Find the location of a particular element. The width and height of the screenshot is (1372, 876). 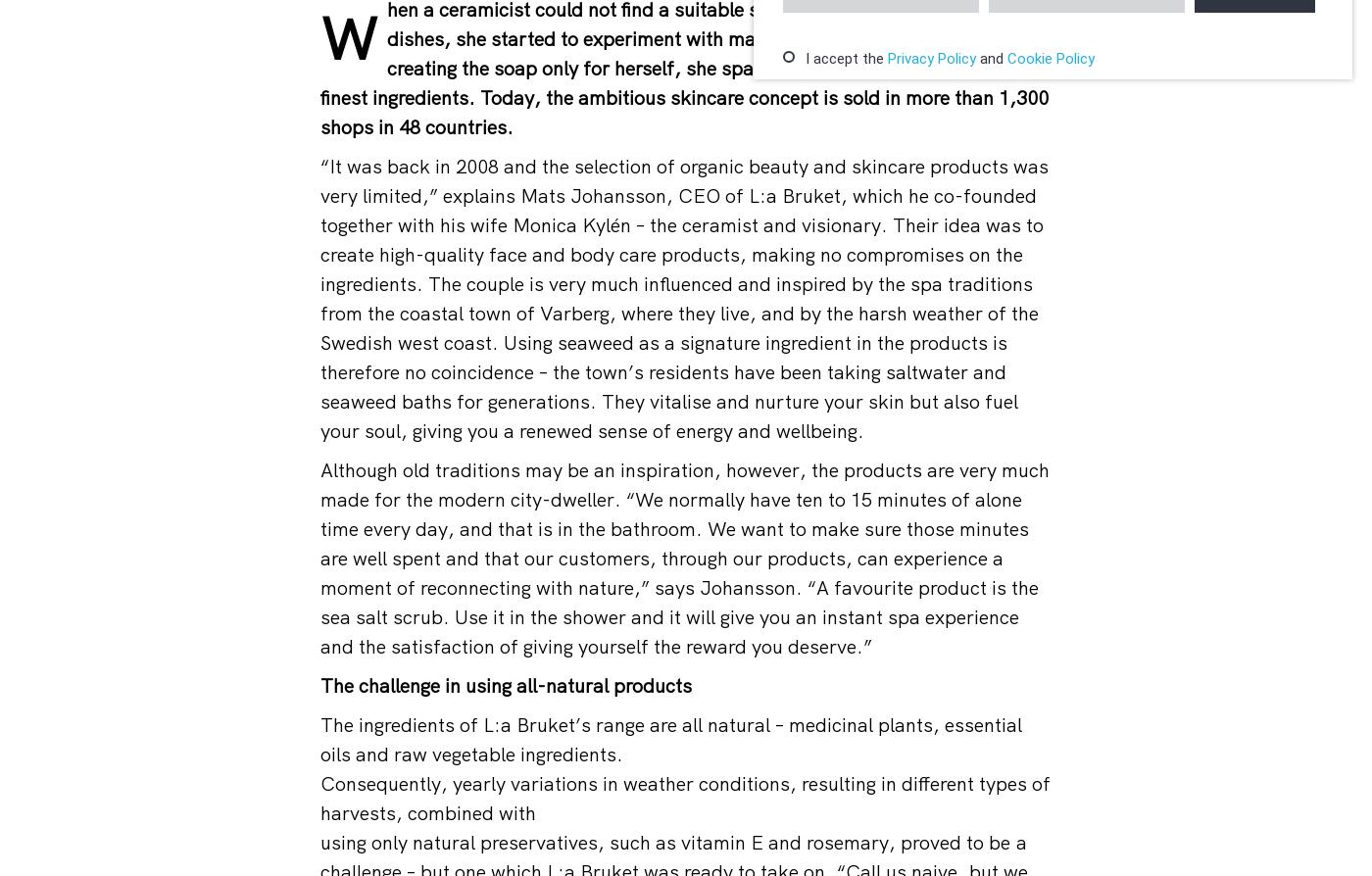

'Although old traditions may be an inspiration, however, the products are very much made for the modern city-dweller. “We normally have ten to 15 minutes of alone time every day, and that is in the bathroom. We want to make sure those minutes are well spent and that our customers, through our products, can experience a moment of reconnecting with nature,” says Johansson. “A favourite product is the sea salt scrub. Use it in the shower and it will give you an instant spa experience and the satisfaction of giving yourself the reward you deserve.”' is located at coordinates (684, 558).